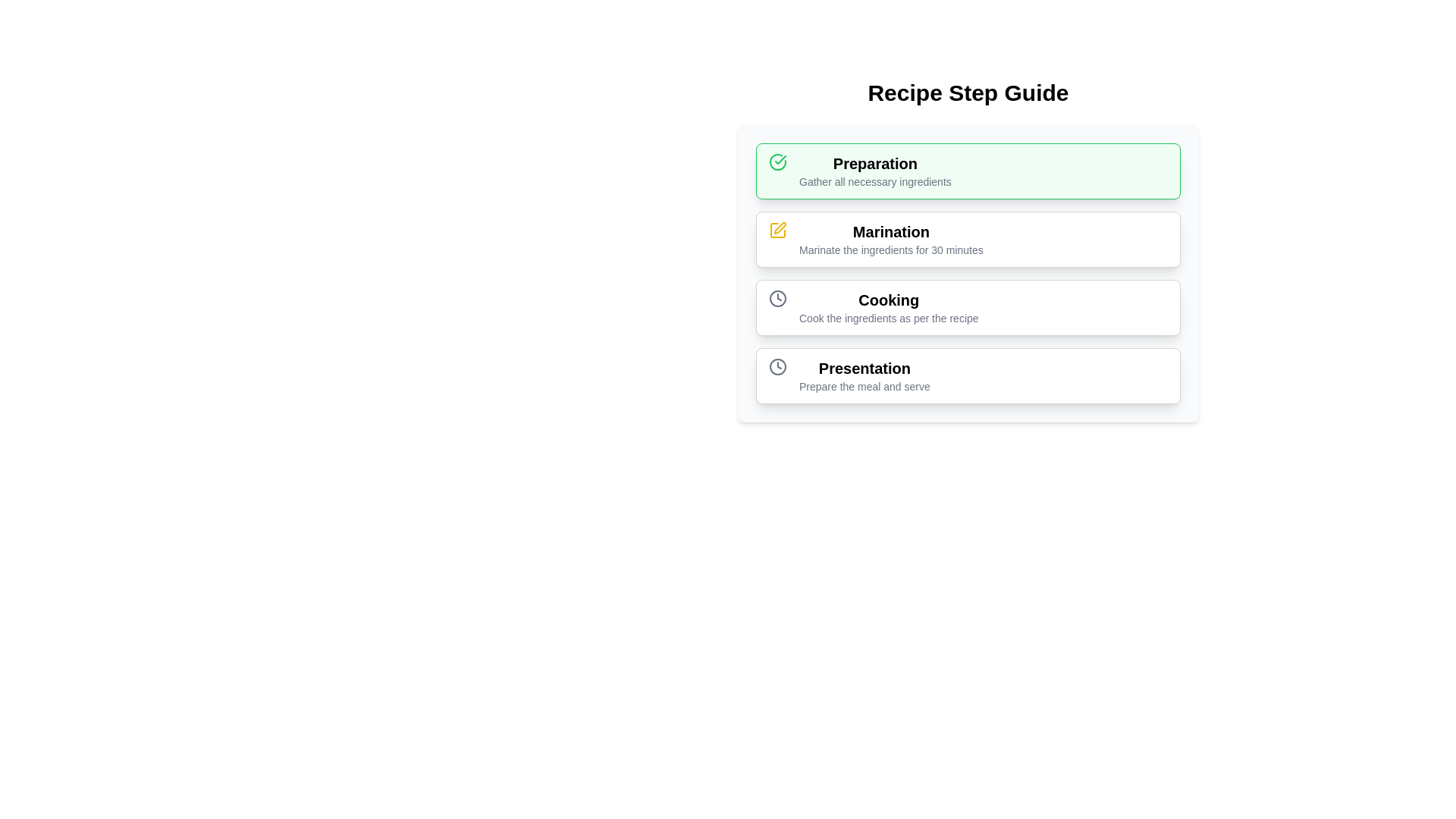  What do you see at coordinates (864, 369) in the screenshot?
I see `the heading text 'Presentation' in the fourth step of the 'Recipe Step Guide', which is styled in bold and larger font` at bounding box center [864, 369].